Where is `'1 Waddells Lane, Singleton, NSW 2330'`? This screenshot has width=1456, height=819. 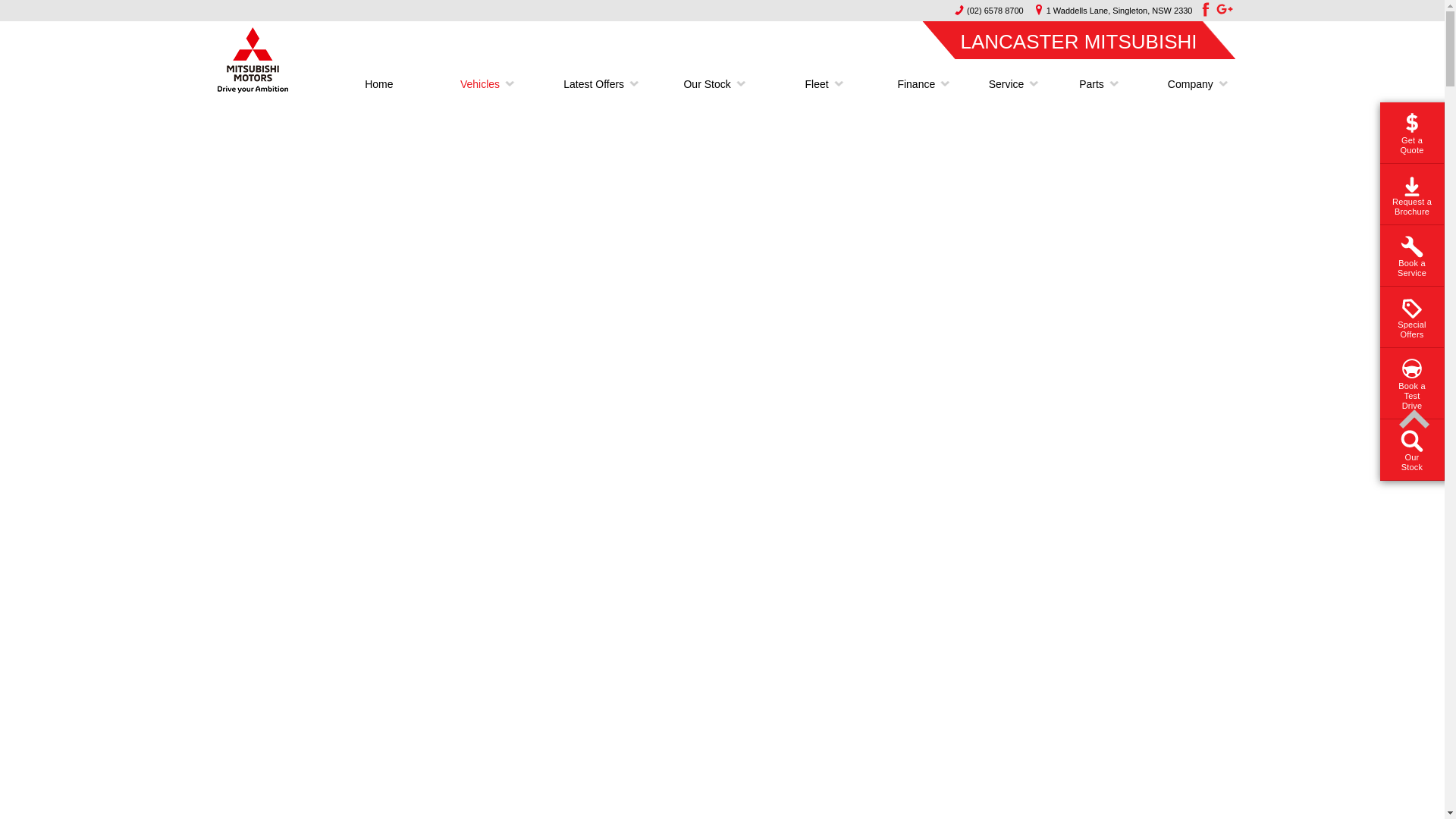
'1 Waddells Lane, Singleton, NSW 2330' is located at coordinates (1027, 11).